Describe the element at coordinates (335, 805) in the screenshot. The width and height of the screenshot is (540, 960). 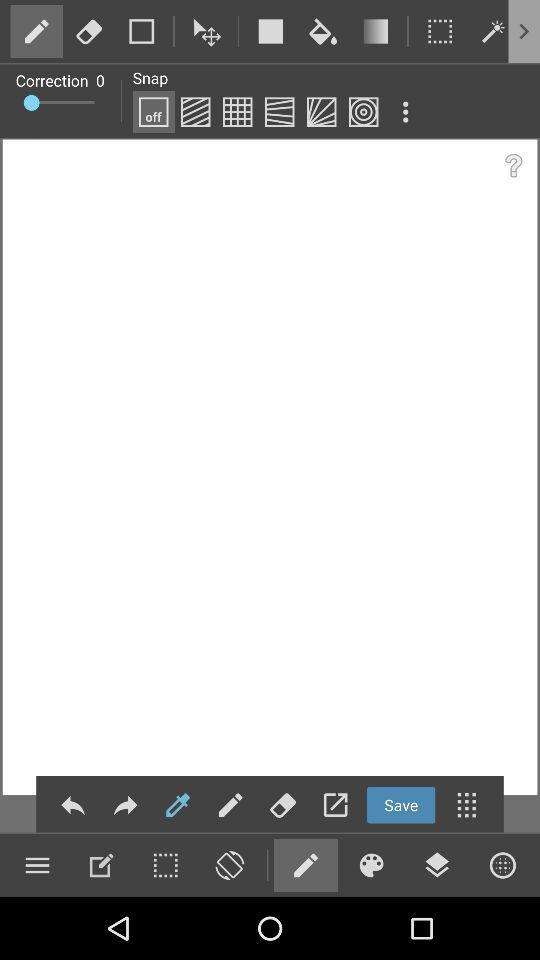
I see `the launch icon` at that location.